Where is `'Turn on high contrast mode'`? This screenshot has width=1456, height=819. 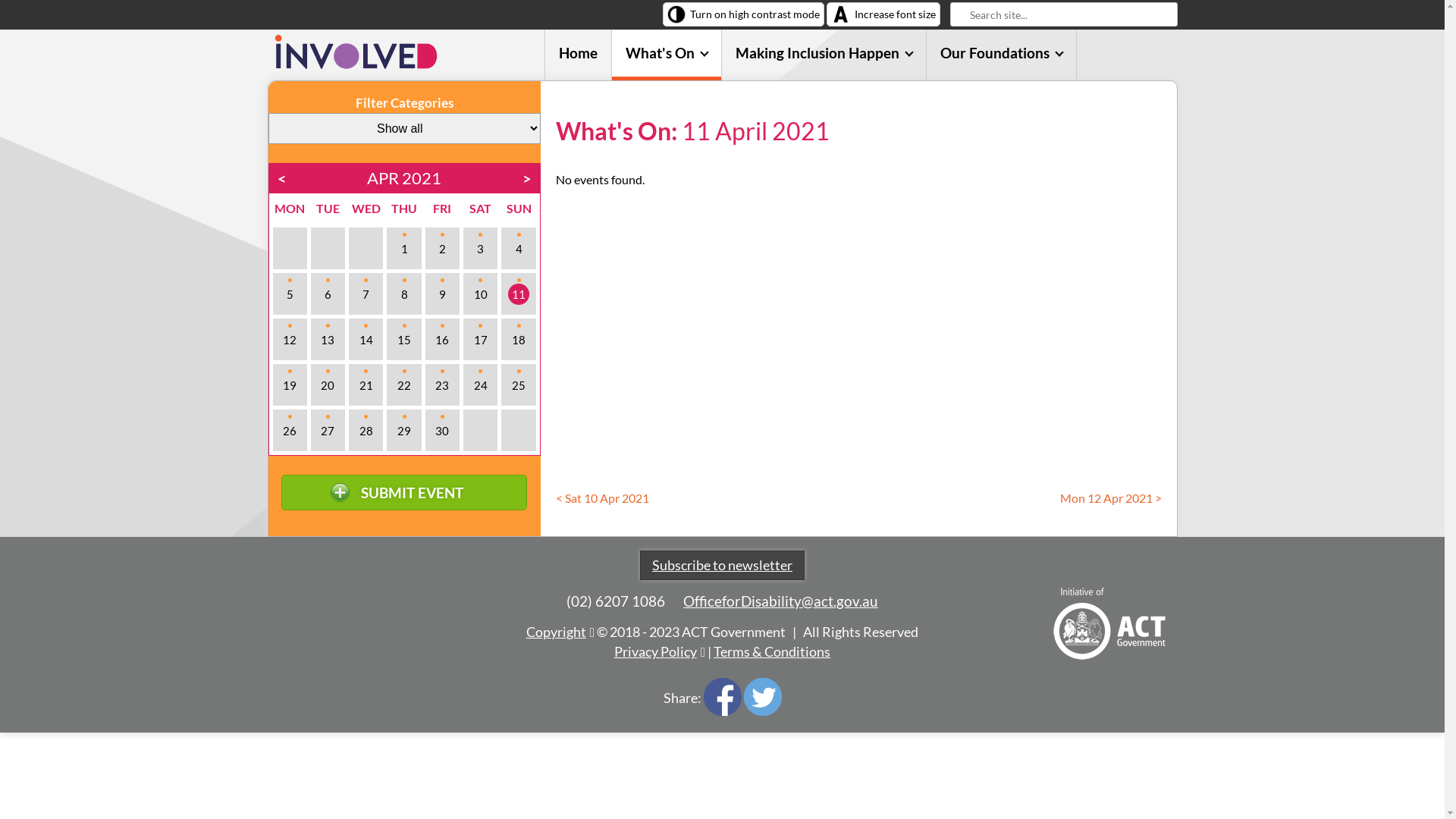 'Turn on high contrast mode' is located at coordinates (743, 14).